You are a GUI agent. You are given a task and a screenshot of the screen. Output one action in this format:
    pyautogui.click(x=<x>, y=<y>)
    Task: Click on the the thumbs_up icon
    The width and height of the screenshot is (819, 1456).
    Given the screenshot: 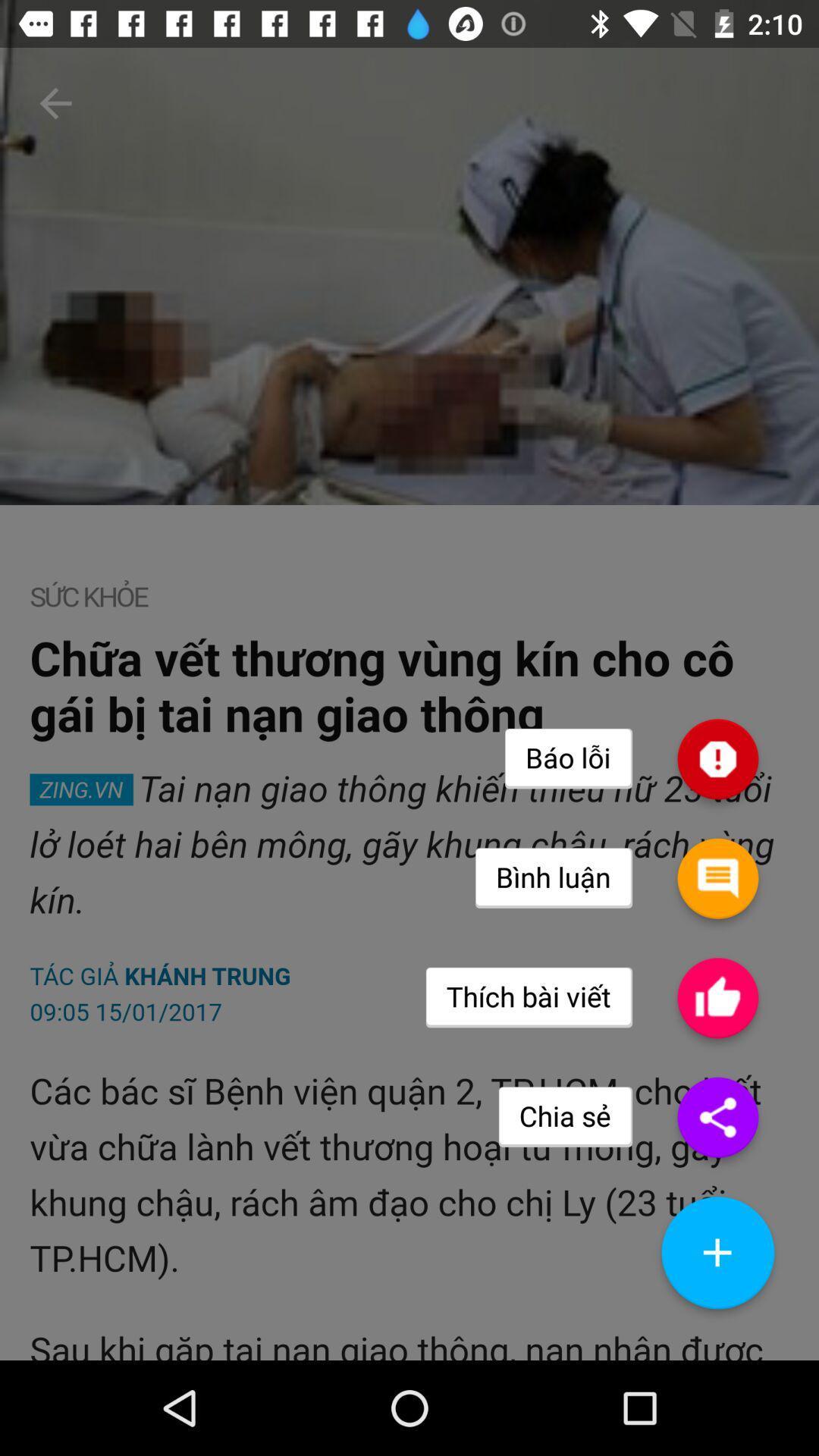 What is the action you would take?
    pyautogui.click(x=717, y=1074)
    